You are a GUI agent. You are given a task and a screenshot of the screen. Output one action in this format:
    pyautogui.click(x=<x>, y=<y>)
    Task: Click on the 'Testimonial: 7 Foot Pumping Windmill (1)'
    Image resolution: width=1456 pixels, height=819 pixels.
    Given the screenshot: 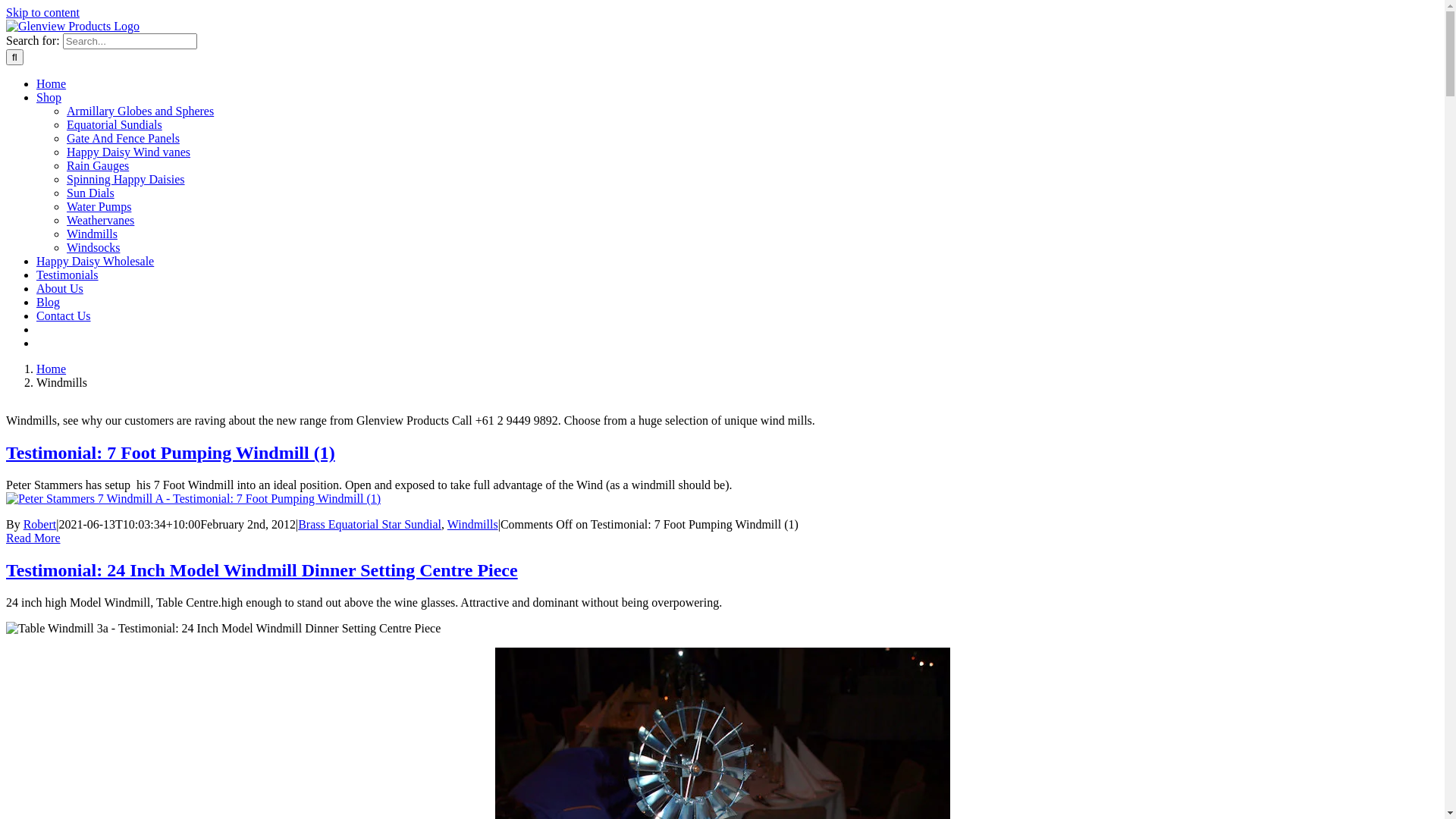 What is the action you would take?
    pyautogui.click(x=6, y=452)
    